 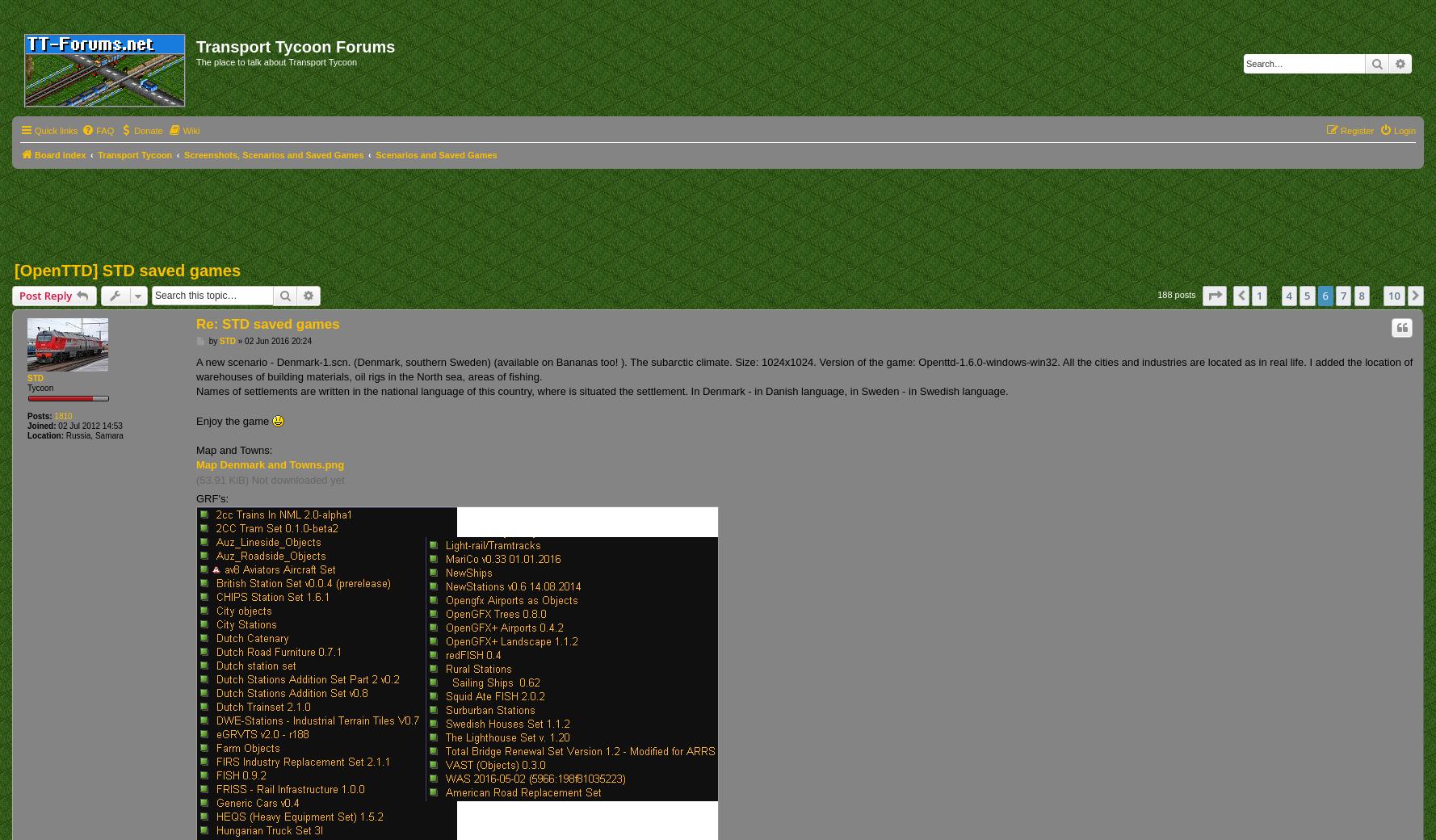 What do you see at coordinates (195, 497) in the screenshot?
I see `'GRF's:'` at bounding box center [195, 497].